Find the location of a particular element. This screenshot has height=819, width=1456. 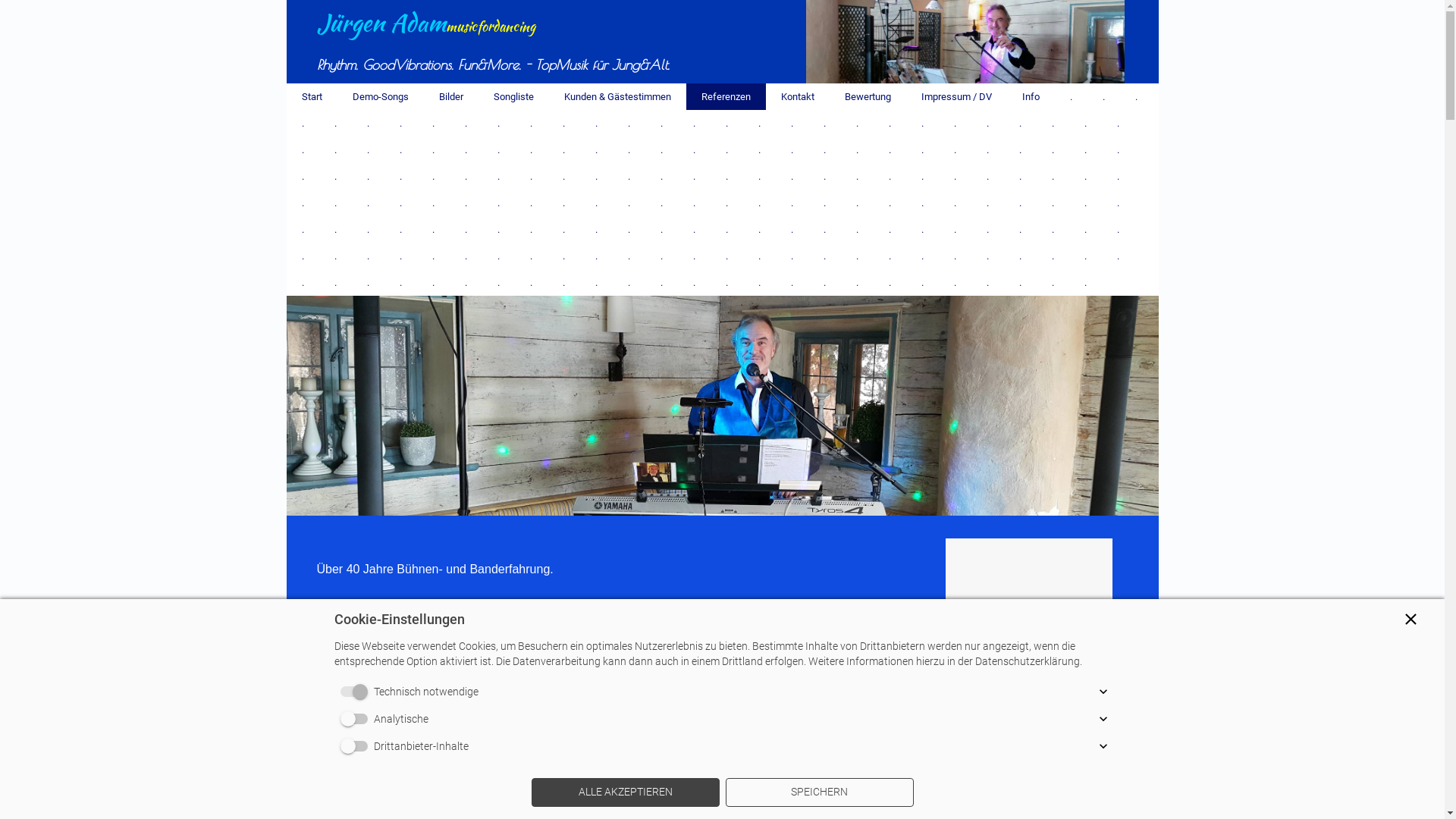

'.' is located at coordinates (1084, 282).